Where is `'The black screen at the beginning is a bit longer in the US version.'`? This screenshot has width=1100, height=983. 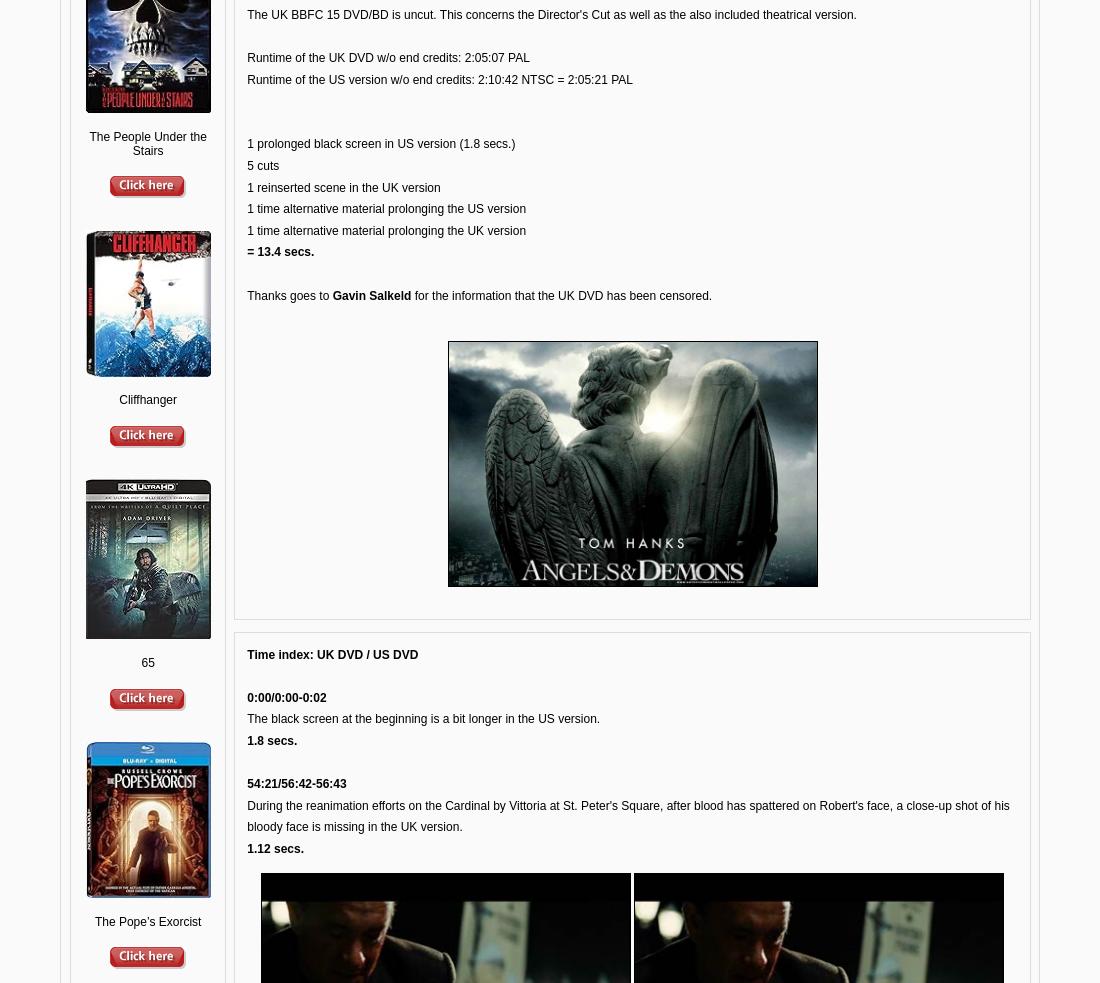 'The black screen at the beginning is a bit longer in the US version.' is located at coordinates (246, 717).